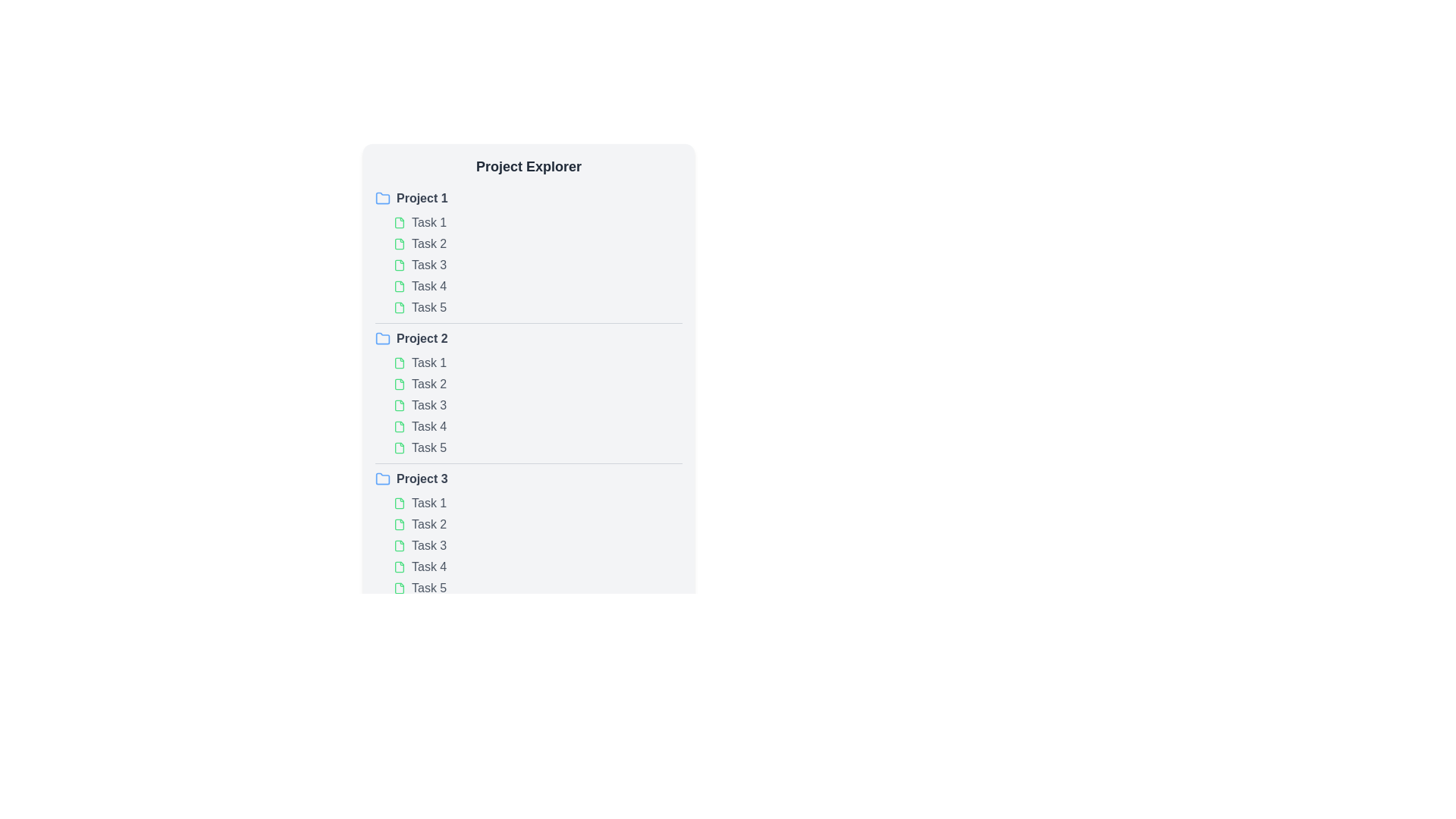 This screenshot has width=1456, height=819. Describe the element at coordinates (400, 383) in the screenshot. I see `the decorative SVG file icon representing 'Task 2', located to the immediate left of the text in the list under 'Project 2'` at that location.